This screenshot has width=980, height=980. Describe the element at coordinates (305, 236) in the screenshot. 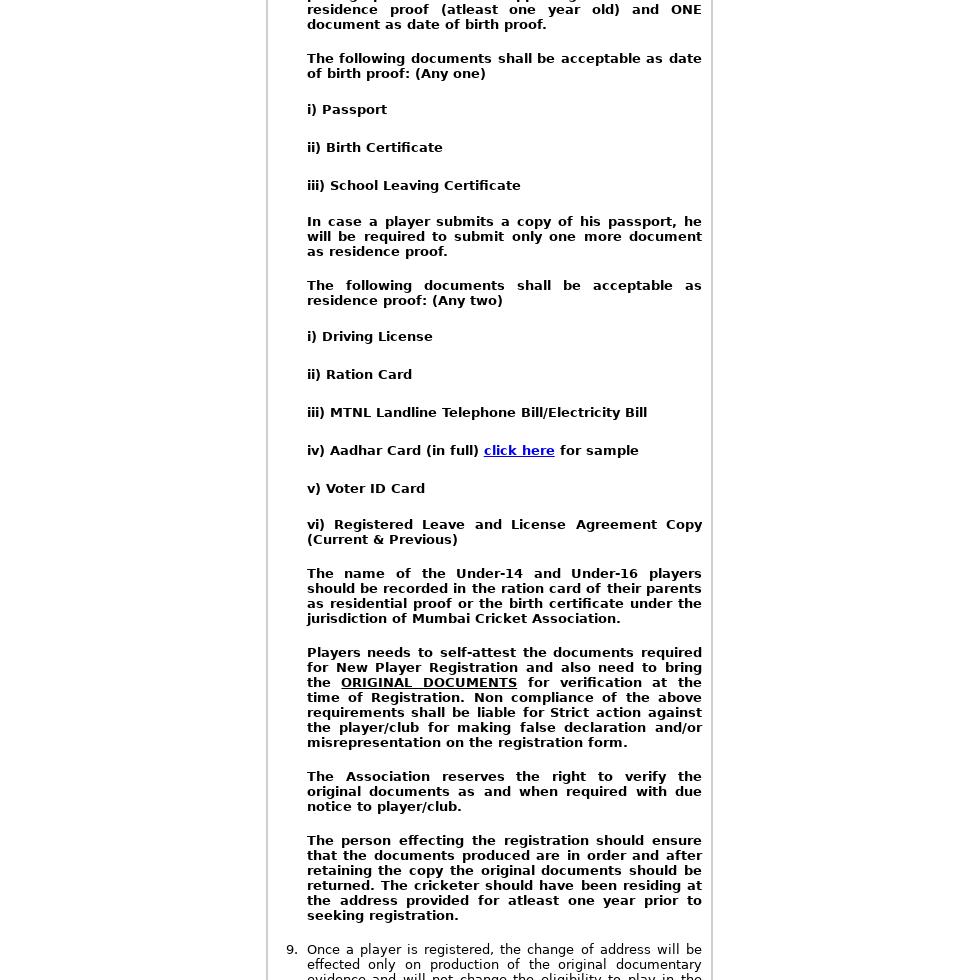

I see `'In case a player submits a copy of his passport, he will be required to submit only one more document as residence proof.'` at that location.